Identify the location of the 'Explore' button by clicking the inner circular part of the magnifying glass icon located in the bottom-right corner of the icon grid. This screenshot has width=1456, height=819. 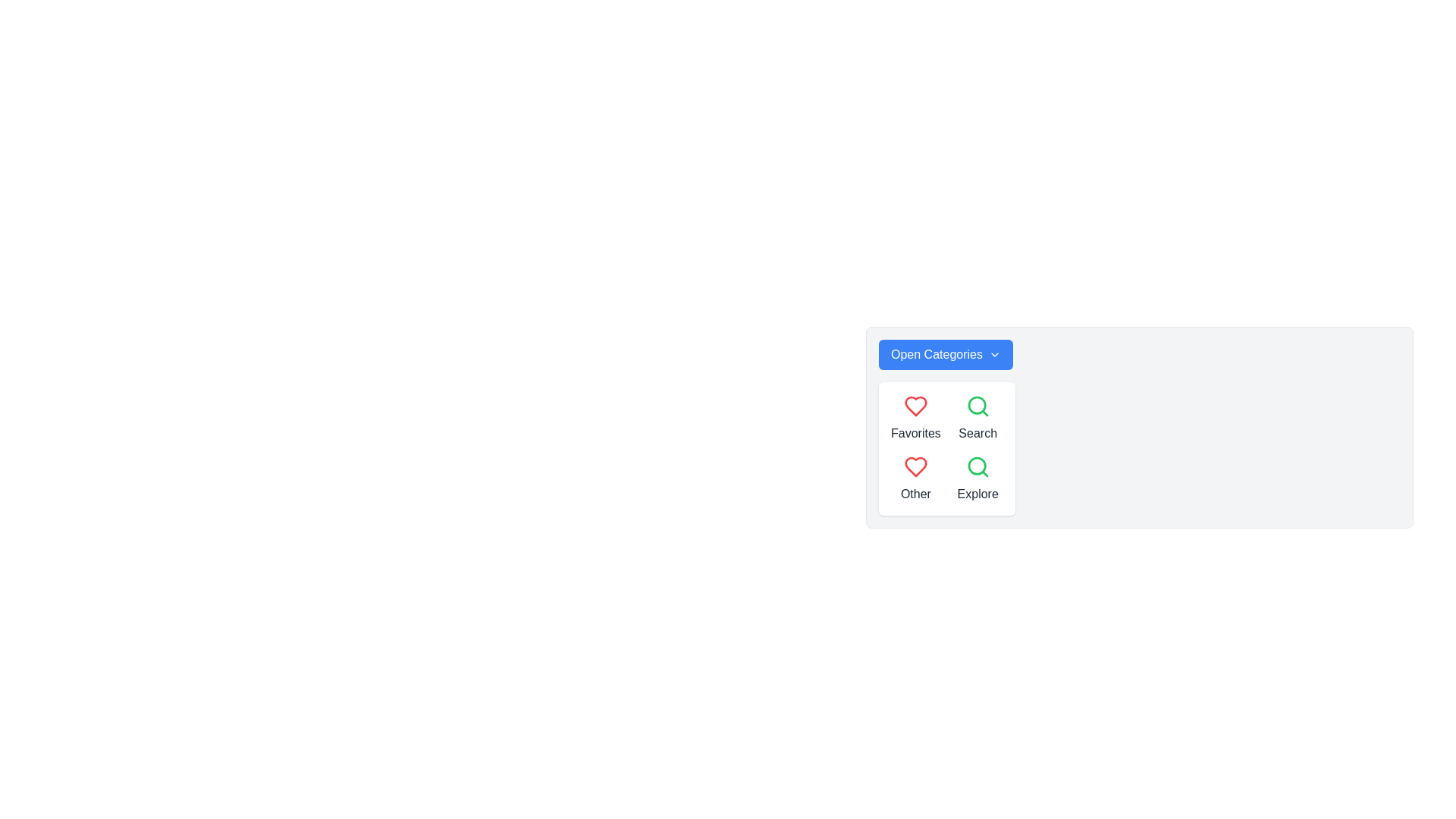
(977, 465).